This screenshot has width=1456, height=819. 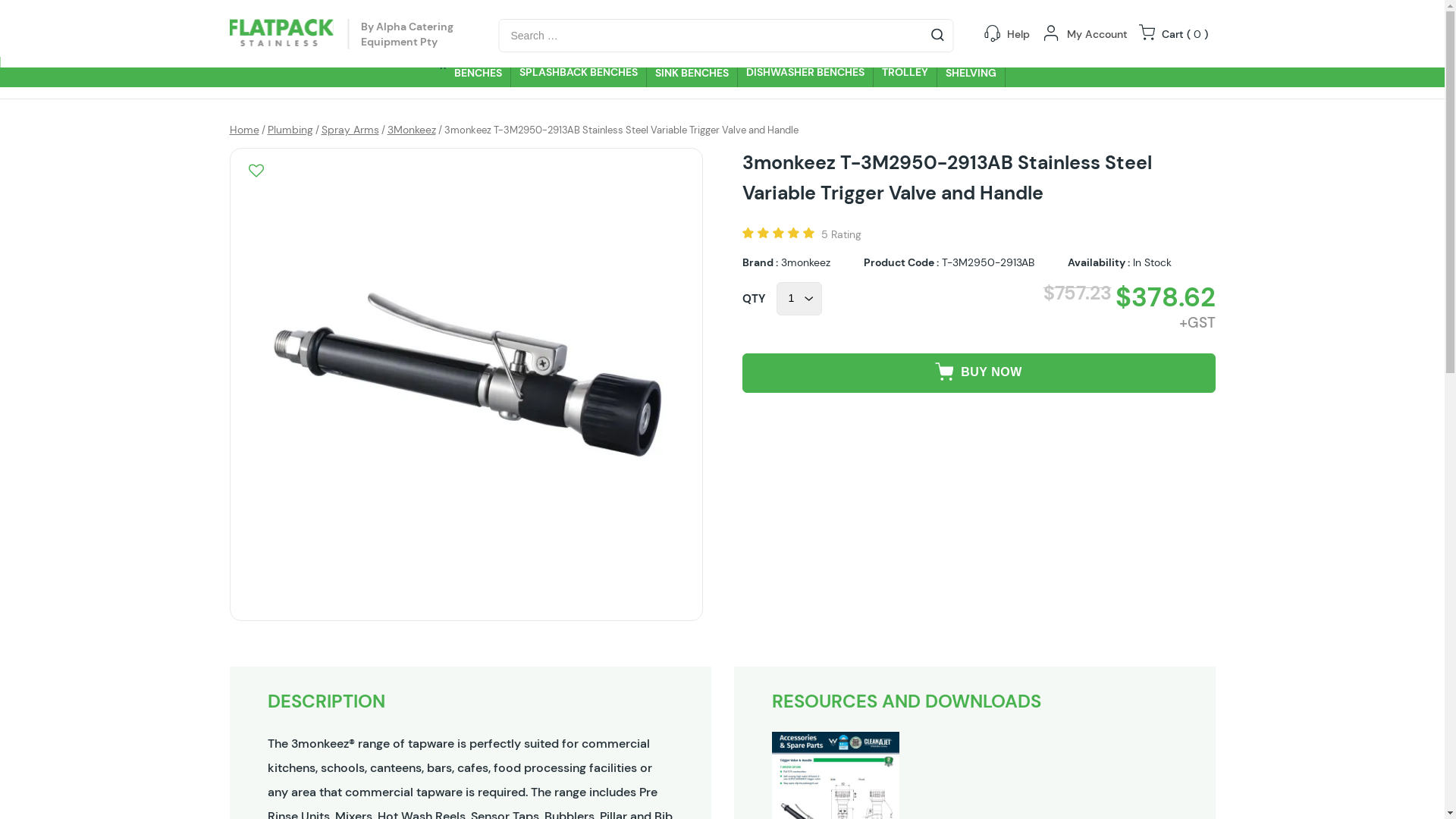 What do you see at coordinates (804, 72) in the screenshot?
I see `'DISHWASHER BENCHES'` at bounding box center [804, 72].